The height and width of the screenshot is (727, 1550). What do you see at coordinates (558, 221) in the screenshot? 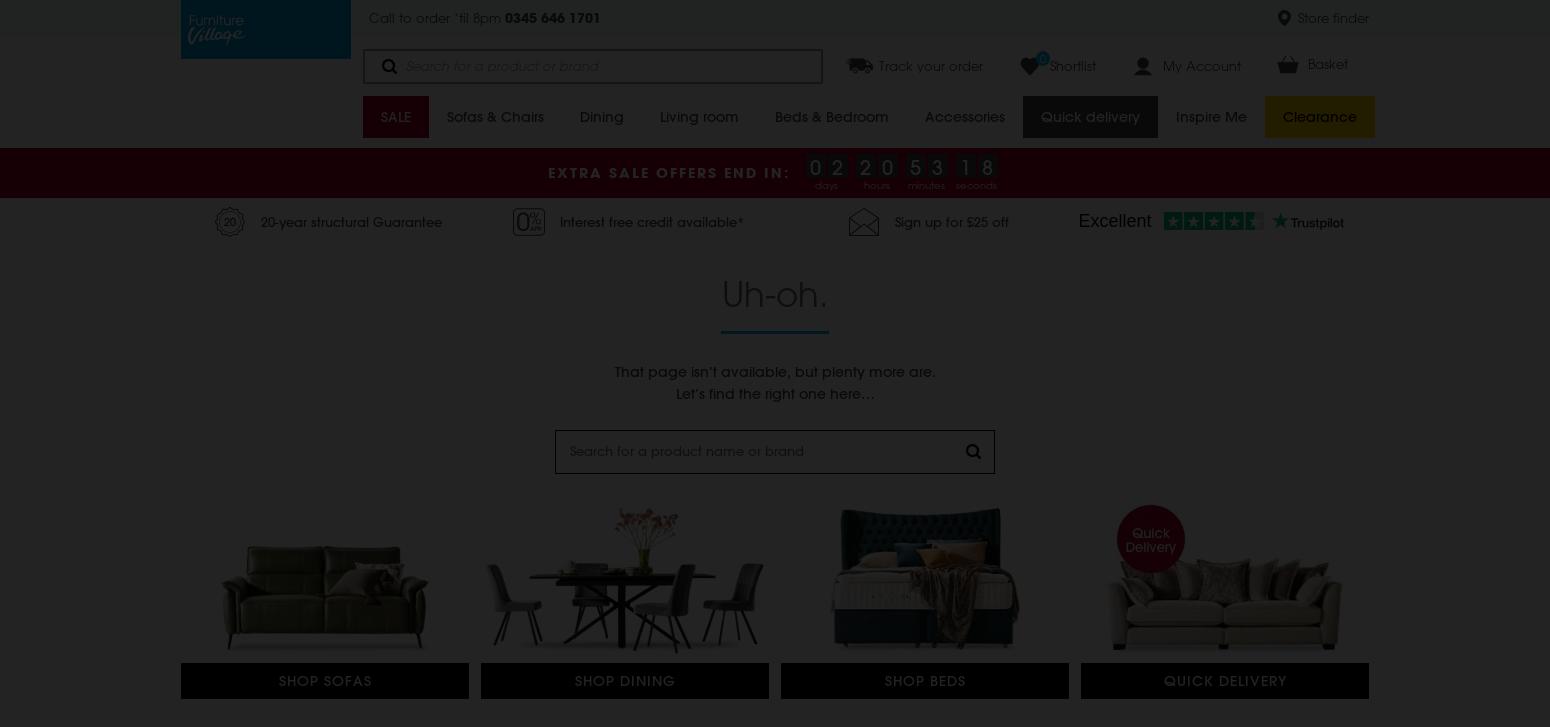
I see `'Interest free credit available*'` at bounding box center [558, 221].